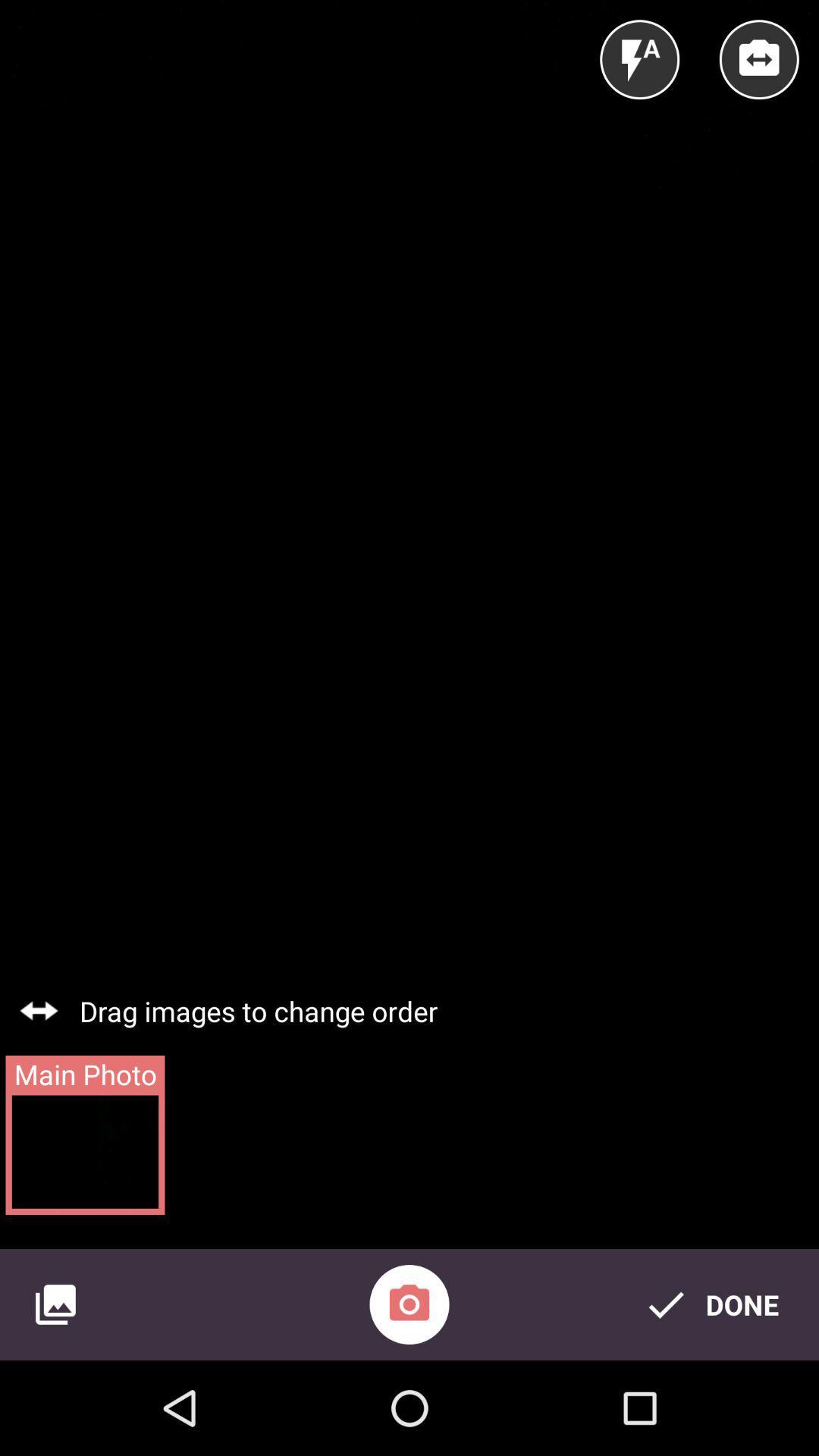 Image resolution: width=819 pixels, height=1456 pixels. Describe the element at coordinates (409, 679) in the screenshot. I see `icon at the center` at that location.